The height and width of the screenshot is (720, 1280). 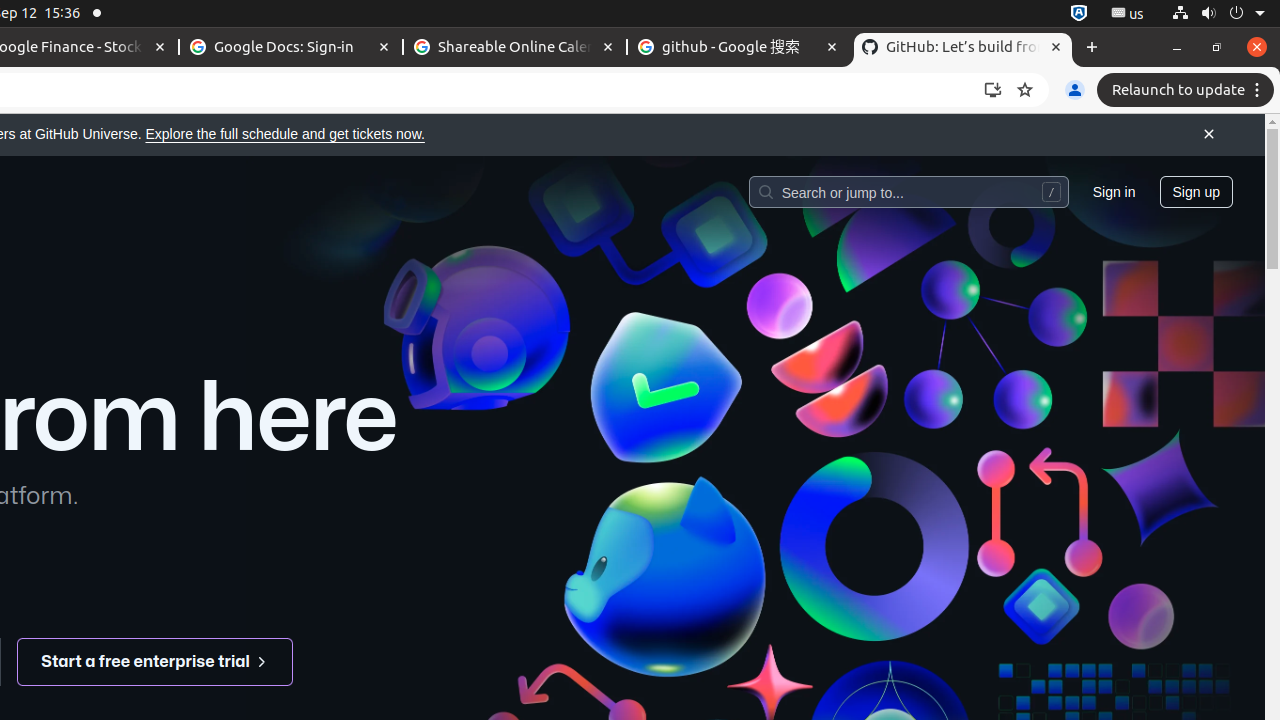 I want to click on 'Search or jump to…', so click(x=907, y=191).